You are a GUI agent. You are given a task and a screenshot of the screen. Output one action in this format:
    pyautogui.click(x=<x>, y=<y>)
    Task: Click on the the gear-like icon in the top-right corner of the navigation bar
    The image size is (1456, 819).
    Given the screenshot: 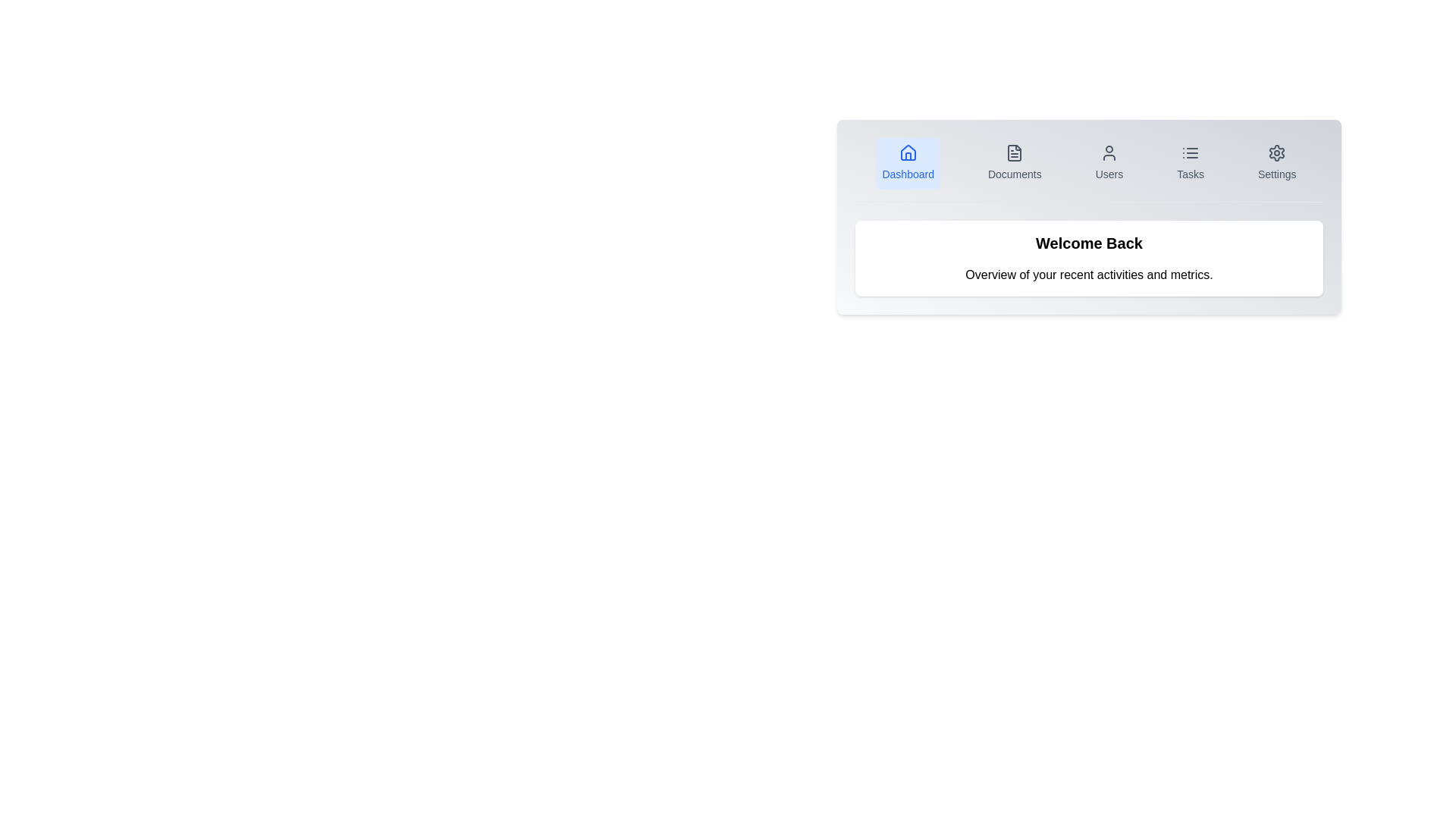 What is the action you would take?
    pyautogui.click(x=1276, y=152)
    